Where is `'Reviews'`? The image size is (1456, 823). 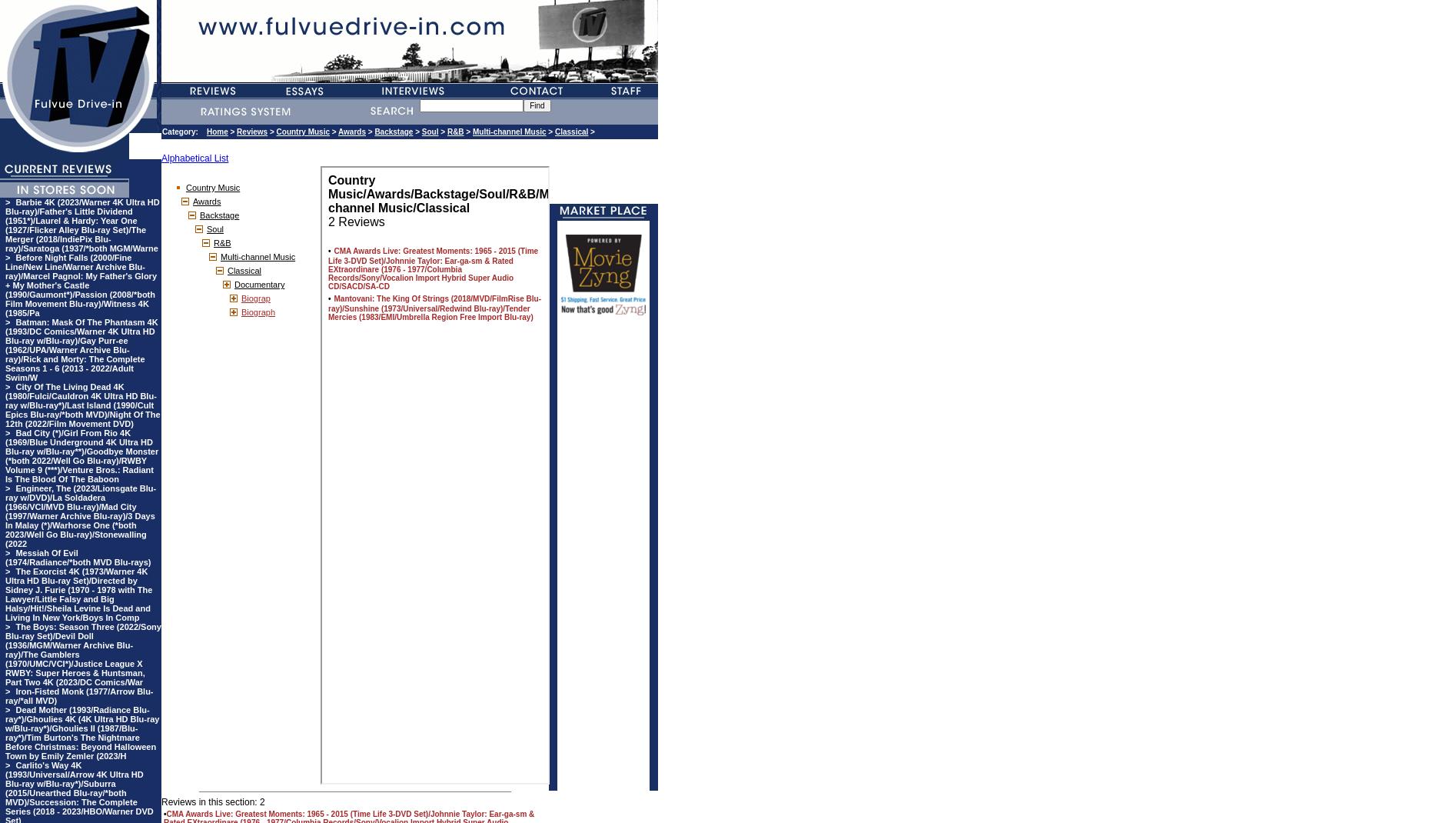
'Reviews' is located at coordinates (251, 132).